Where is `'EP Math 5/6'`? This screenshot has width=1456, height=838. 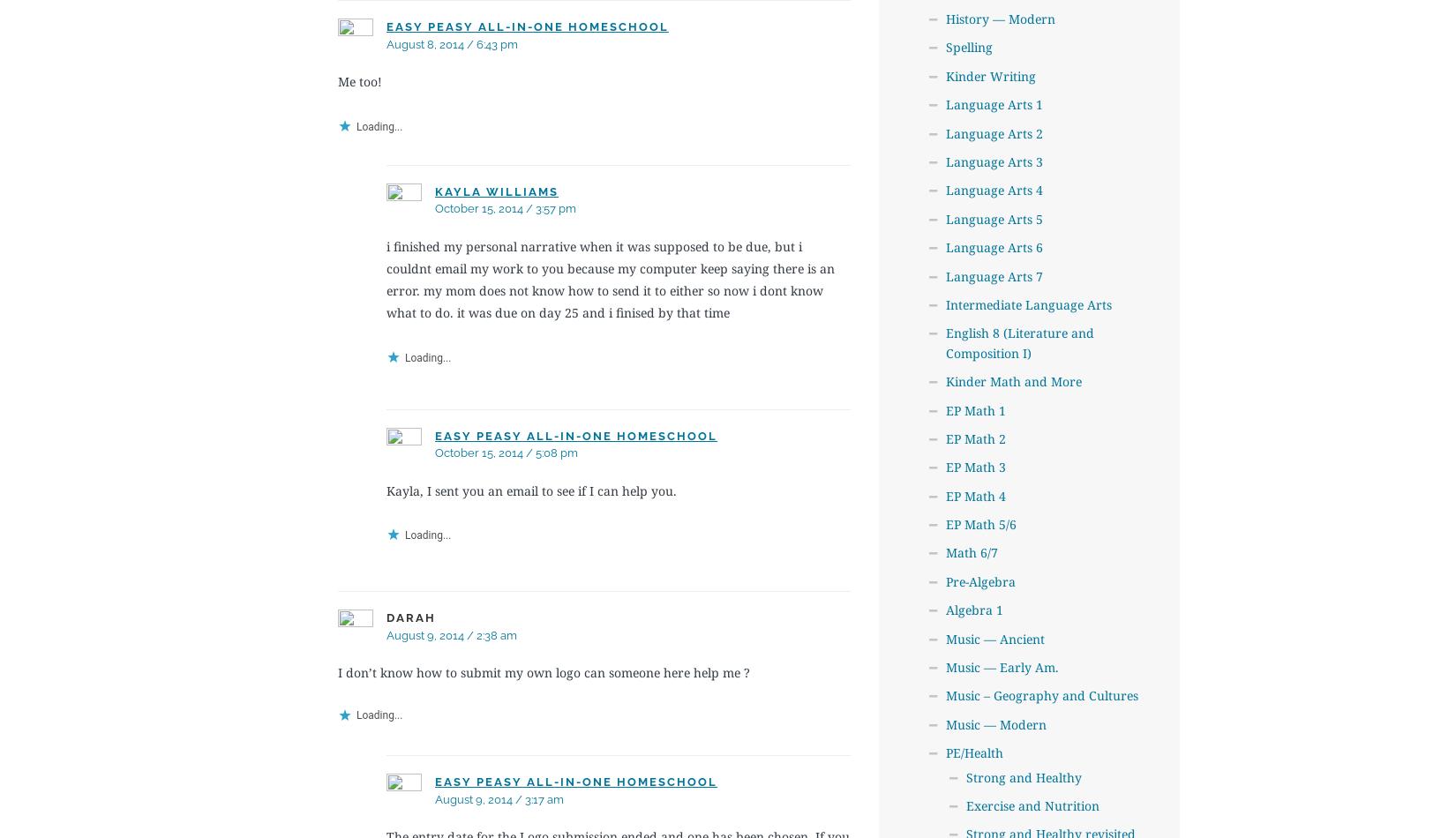 'EP Math 5/6' is located at coordinates (979, 524).